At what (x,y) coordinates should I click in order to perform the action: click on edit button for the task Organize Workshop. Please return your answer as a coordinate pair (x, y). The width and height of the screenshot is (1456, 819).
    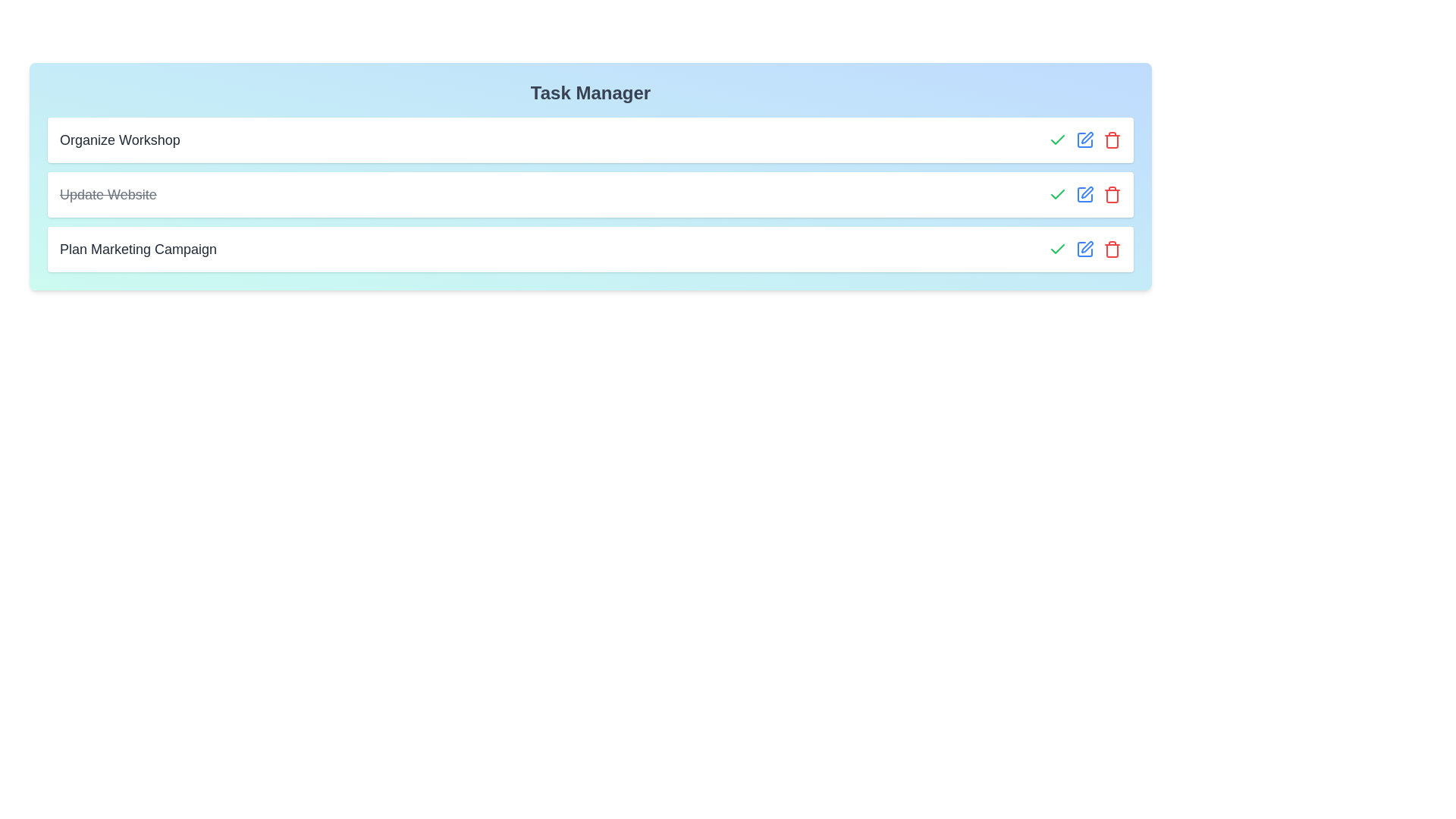
    Looking at the image, I should click on (1084, 140).